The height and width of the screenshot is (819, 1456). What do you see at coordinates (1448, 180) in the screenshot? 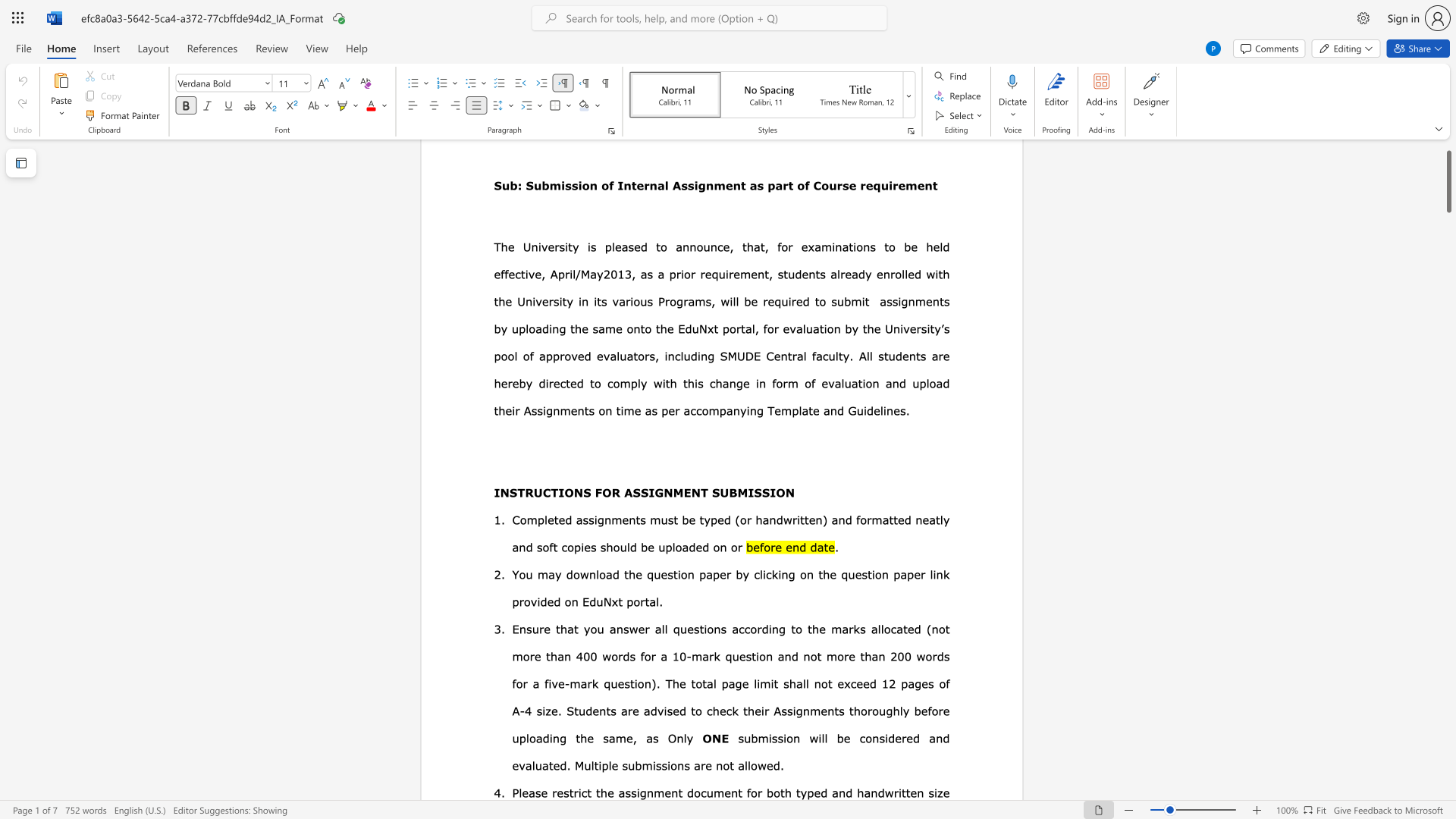
I see `the scrollbar and move down 480 pixels` at bounding box center [1448, 180].